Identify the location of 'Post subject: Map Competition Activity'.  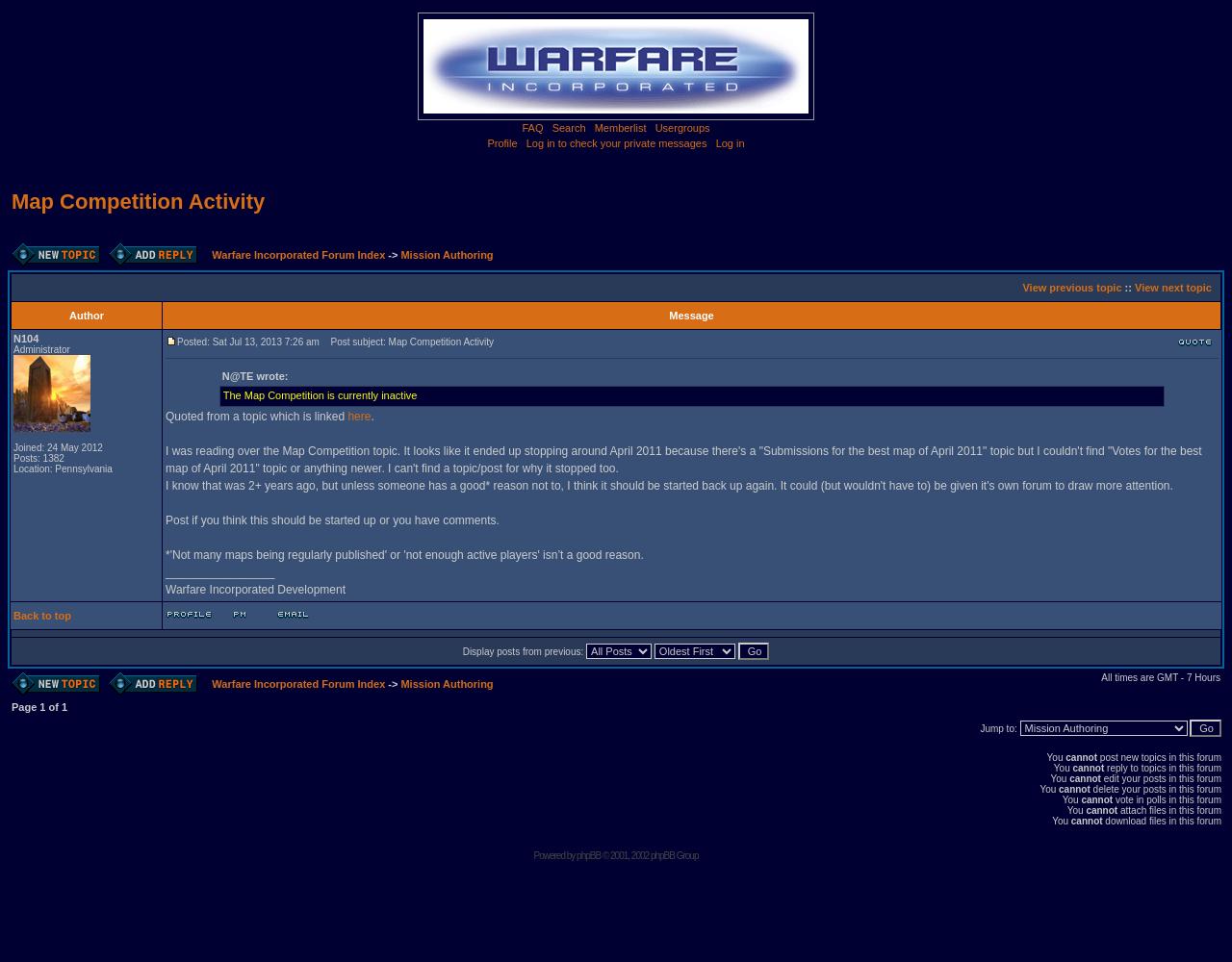
(321, 341).